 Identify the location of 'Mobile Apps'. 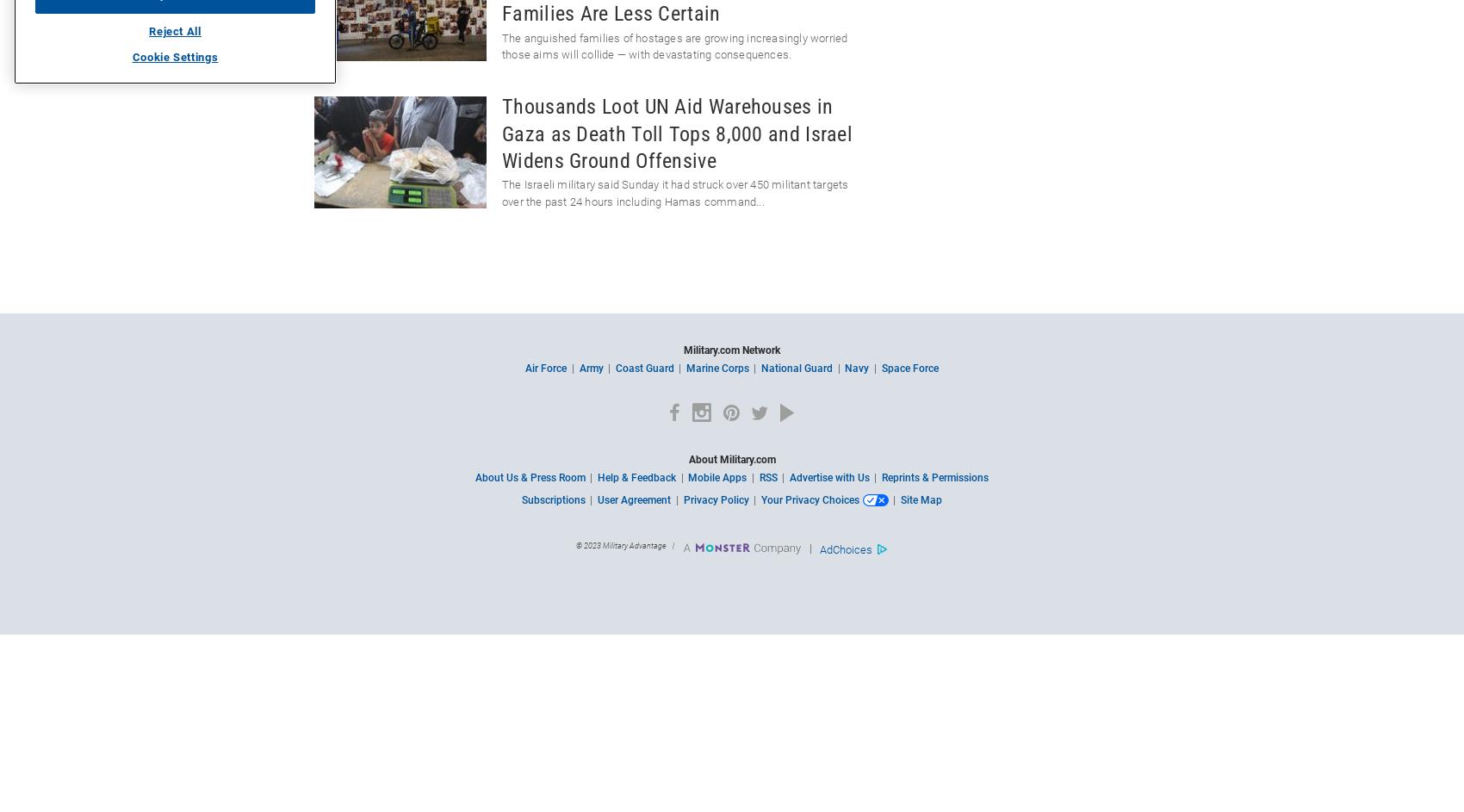
(716, 477).